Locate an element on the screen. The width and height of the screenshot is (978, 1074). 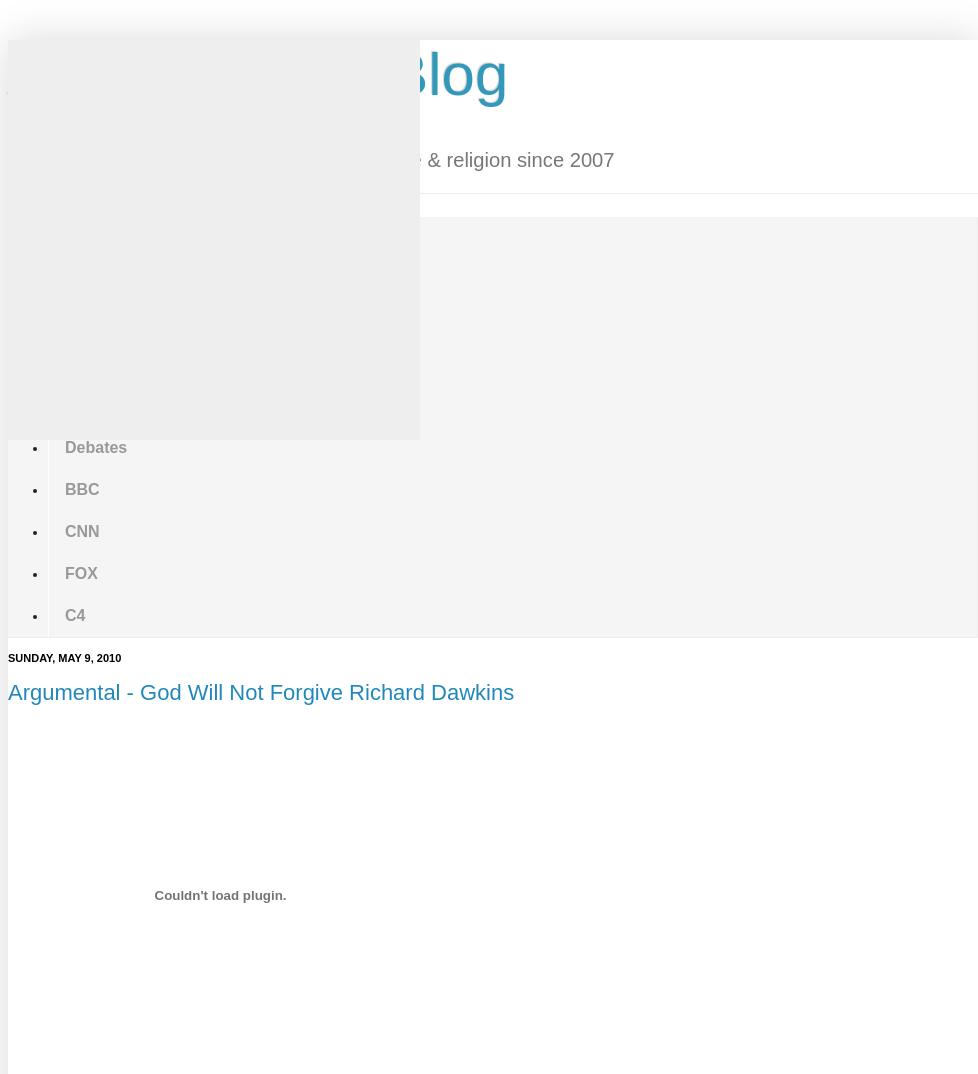
'Sunday, May 9, 2010' is located at coordinates (8, 655).